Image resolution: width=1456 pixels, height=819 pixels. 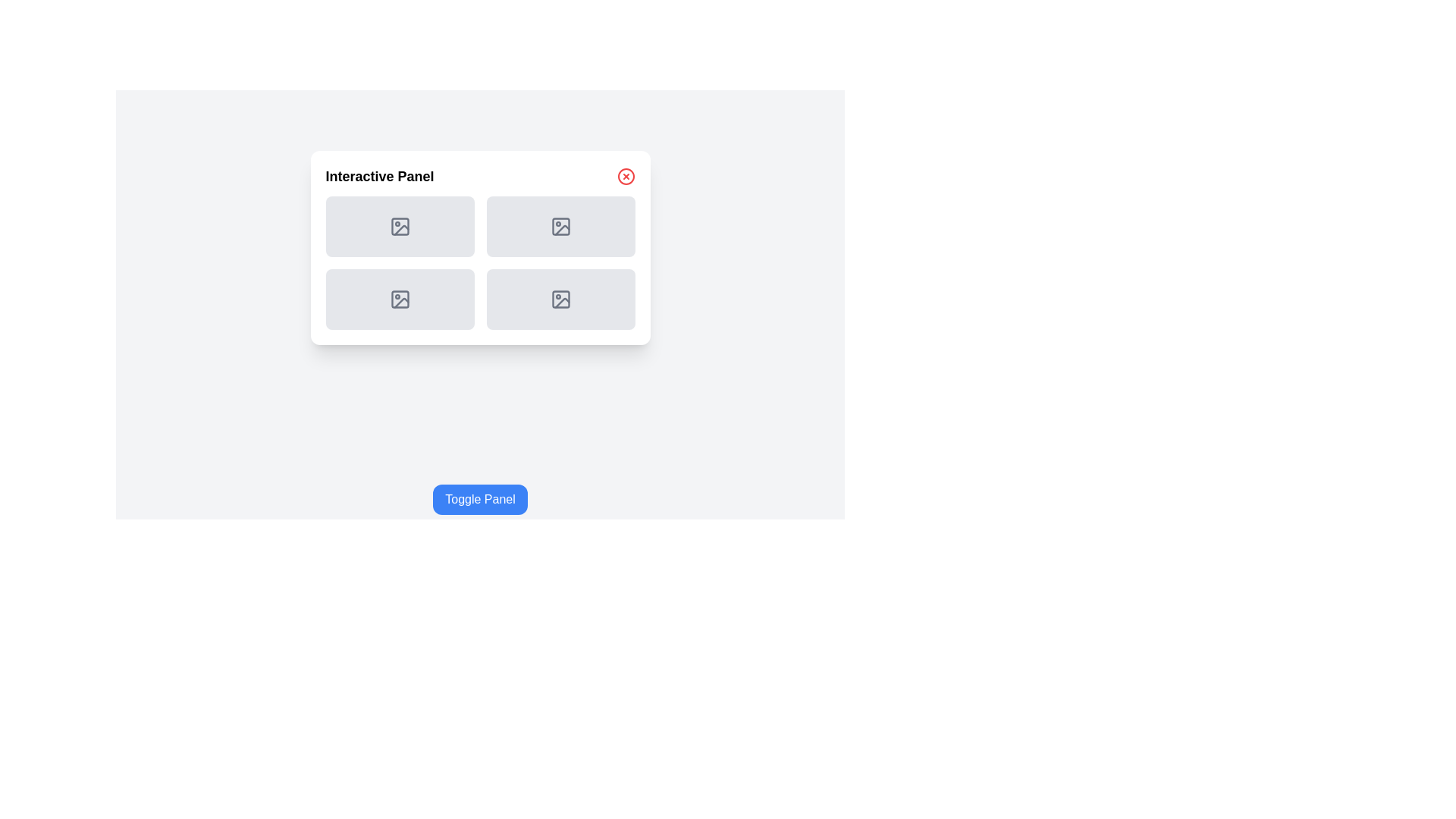 I want to click on the icon representing a missing image located at the bottom right of the grid in the 'Interactive Panel', so click(x=560, y=299).